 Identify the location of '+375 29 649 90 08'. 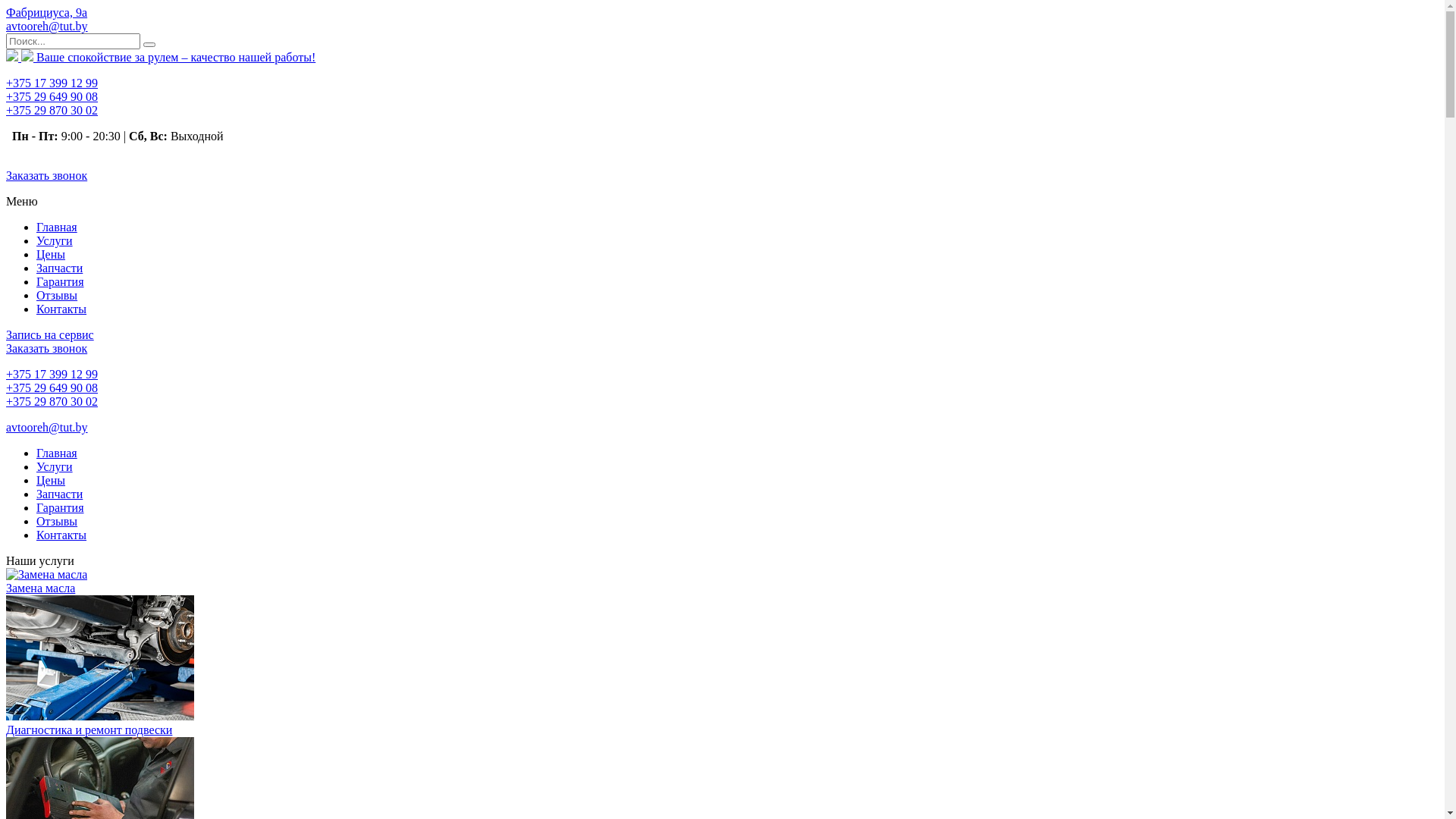
(52, 387).